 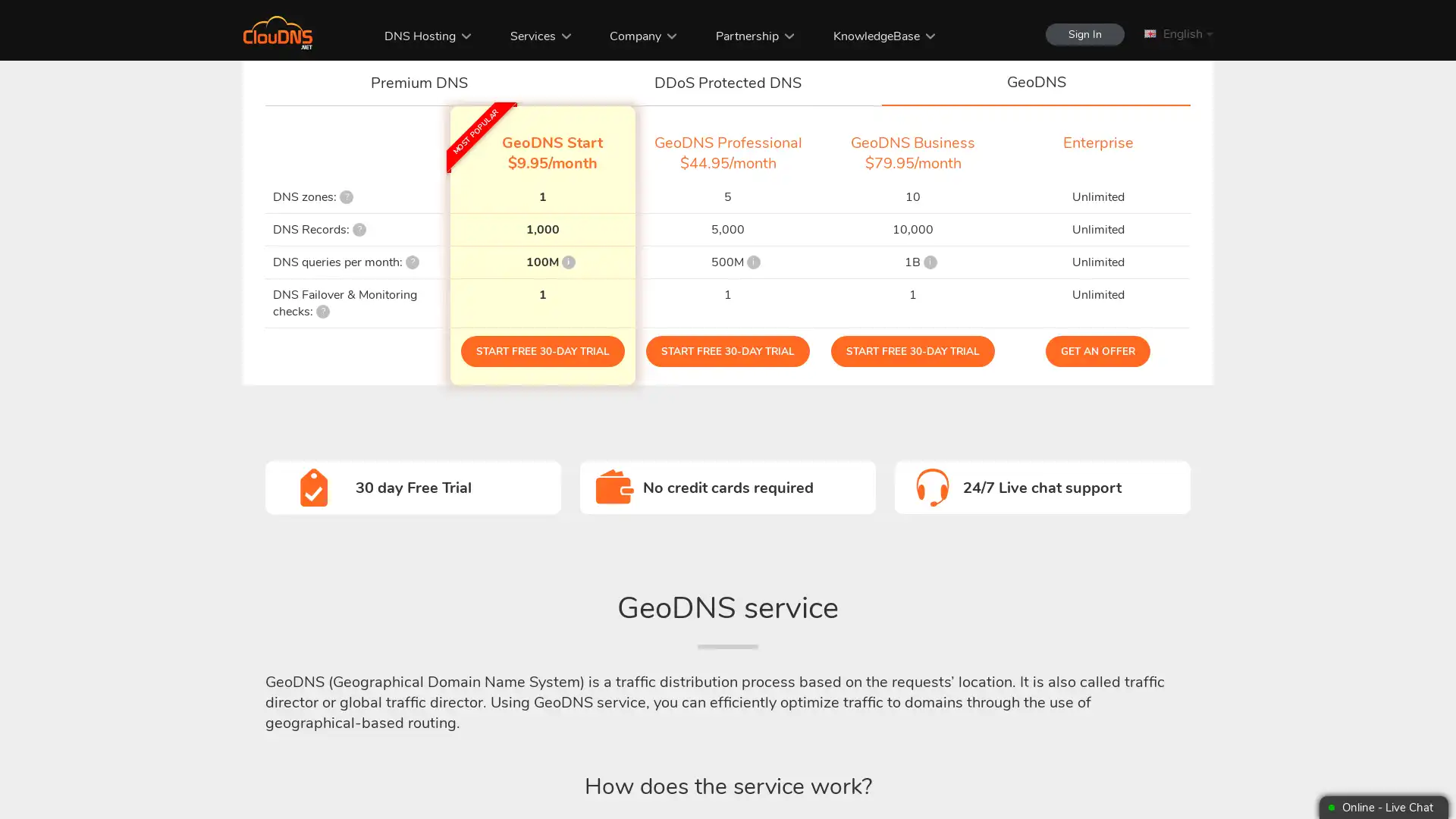 I want to click on Sign In, so click(x=1084, y=34).